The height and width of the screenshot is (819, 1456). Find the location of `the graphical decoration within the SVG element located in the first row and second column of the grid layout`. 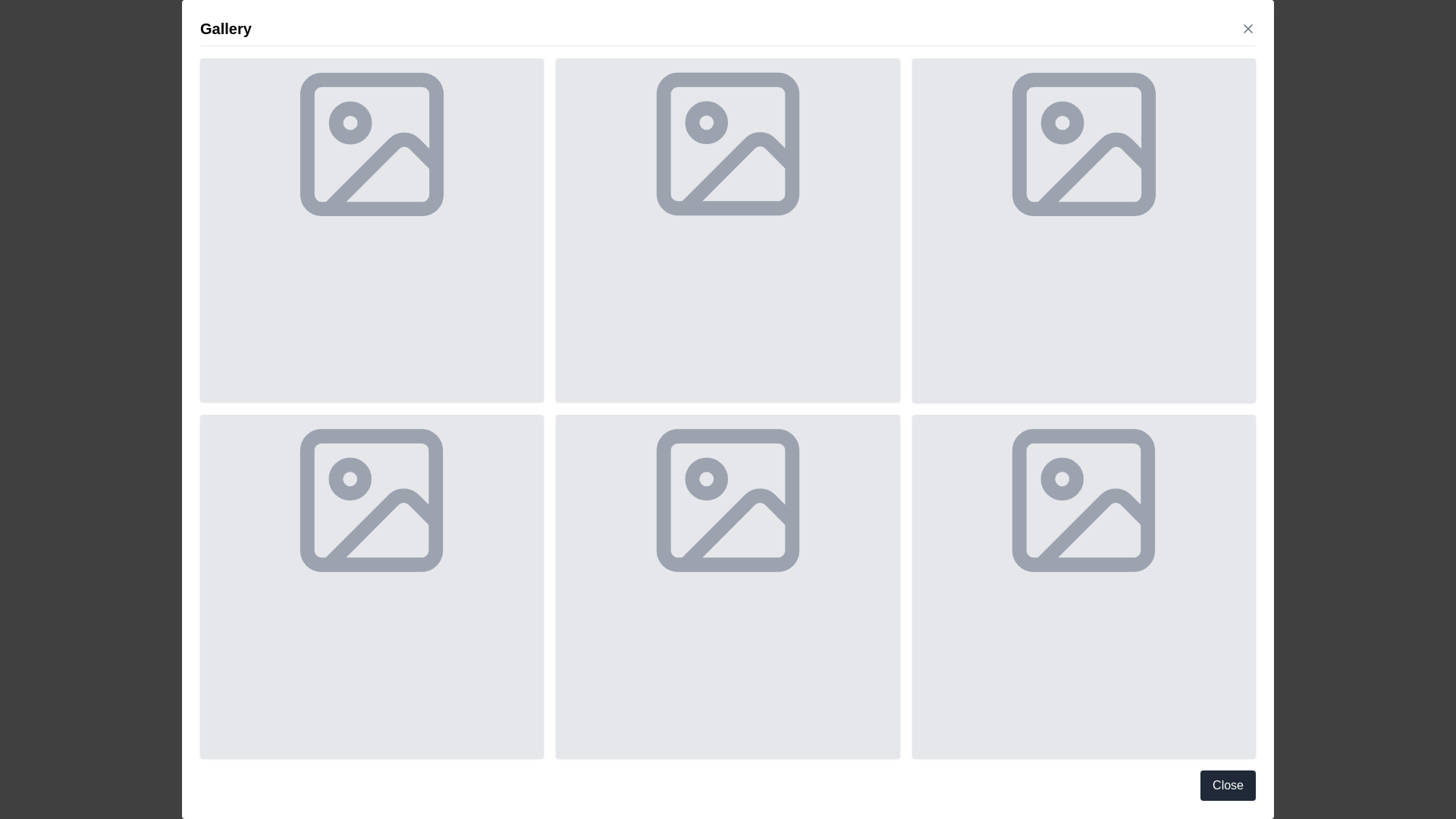

the graphical decoration within the SVG element located in the first row and second column of the grid layout is located at coordinates (739, 173).